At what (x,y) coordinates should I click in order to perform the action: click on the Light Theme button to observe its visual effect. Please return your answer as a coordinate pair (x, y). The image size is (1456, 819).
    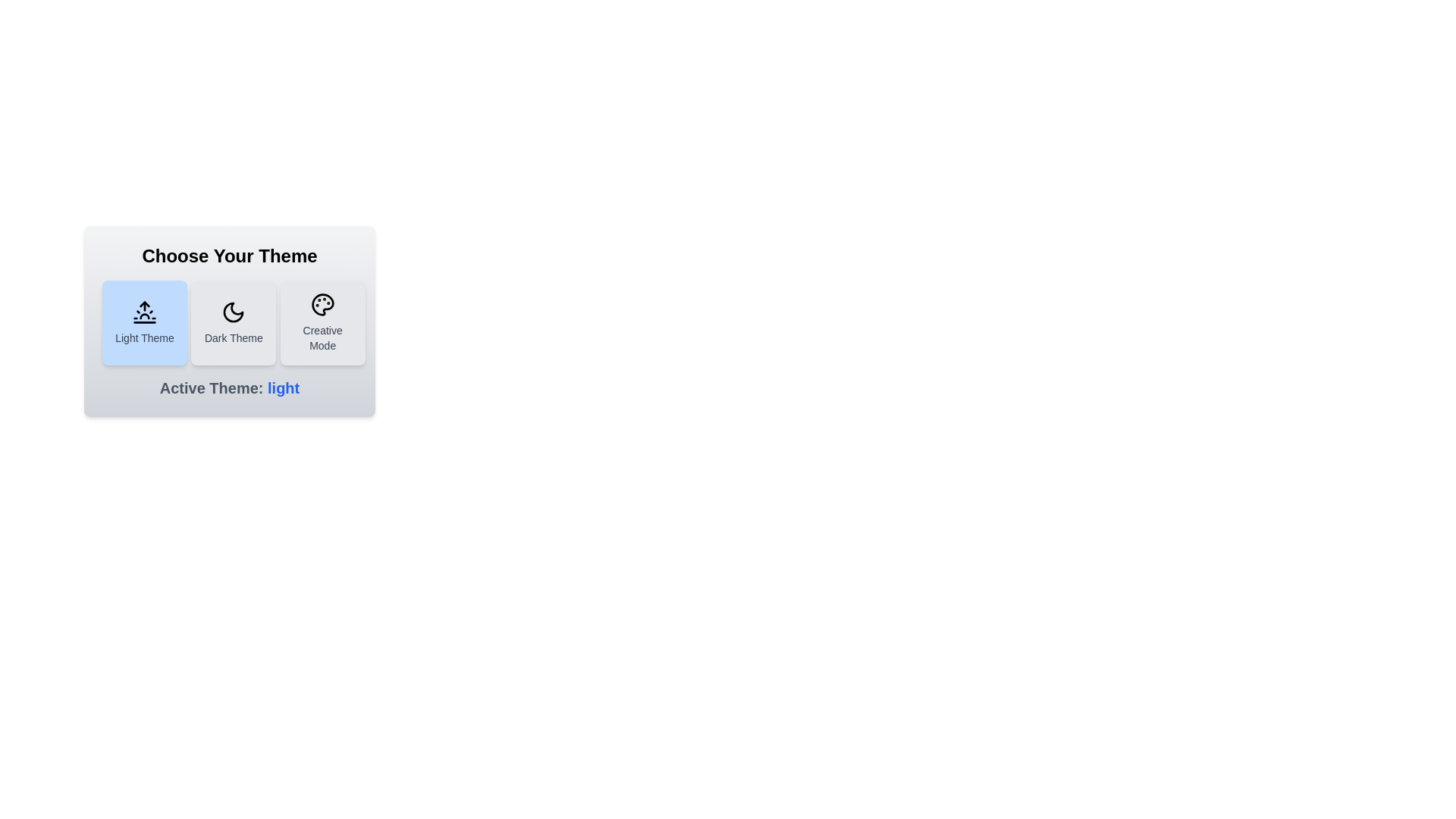
    Looking at the image, I should click on (145, 322).